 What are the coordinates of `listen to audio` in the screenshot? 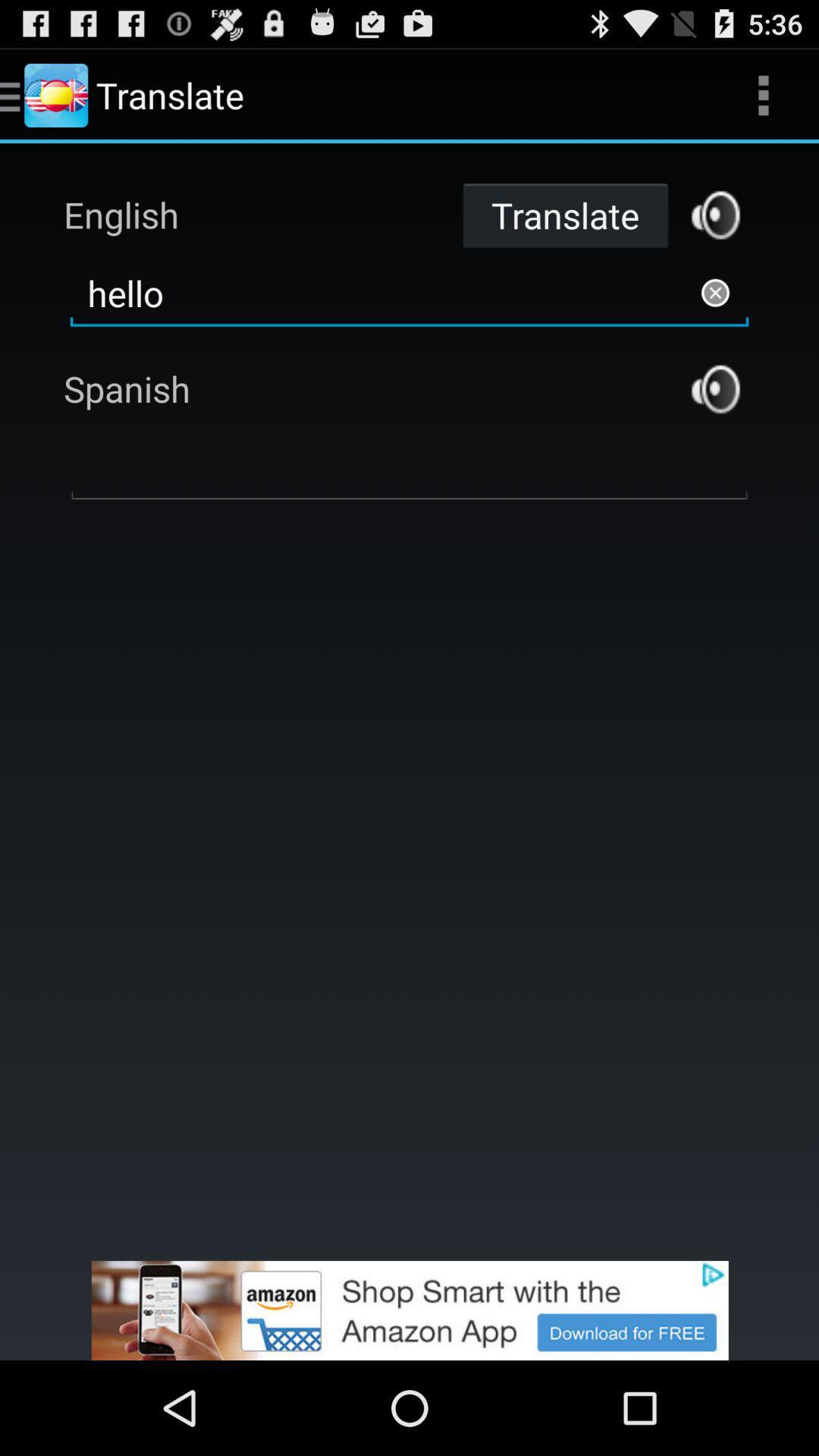 It's located at (715, 214).